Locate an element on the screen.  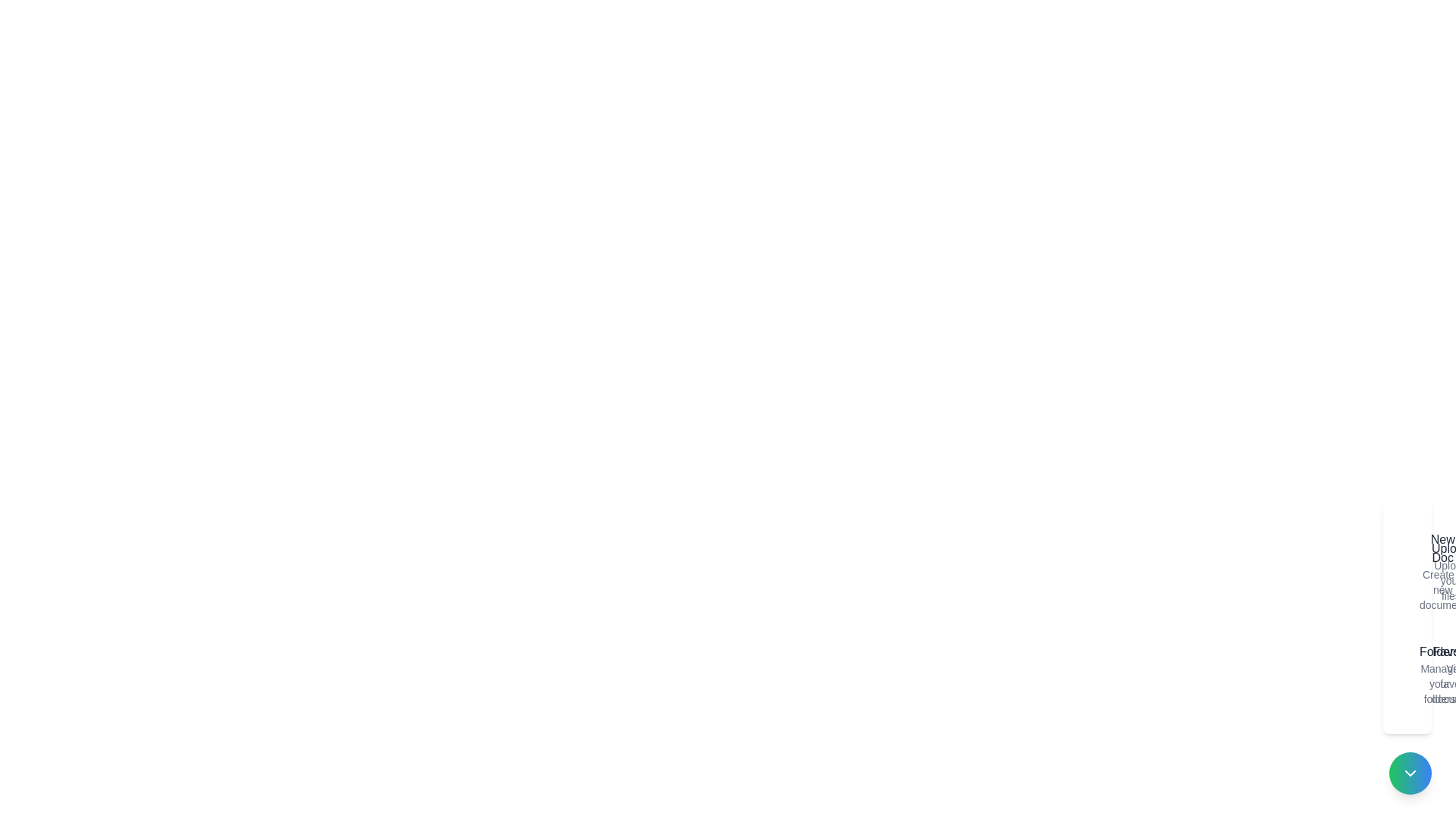
the 'Folders' option in the DocumentSpeedDial component is located at coordinates (1410, 674).